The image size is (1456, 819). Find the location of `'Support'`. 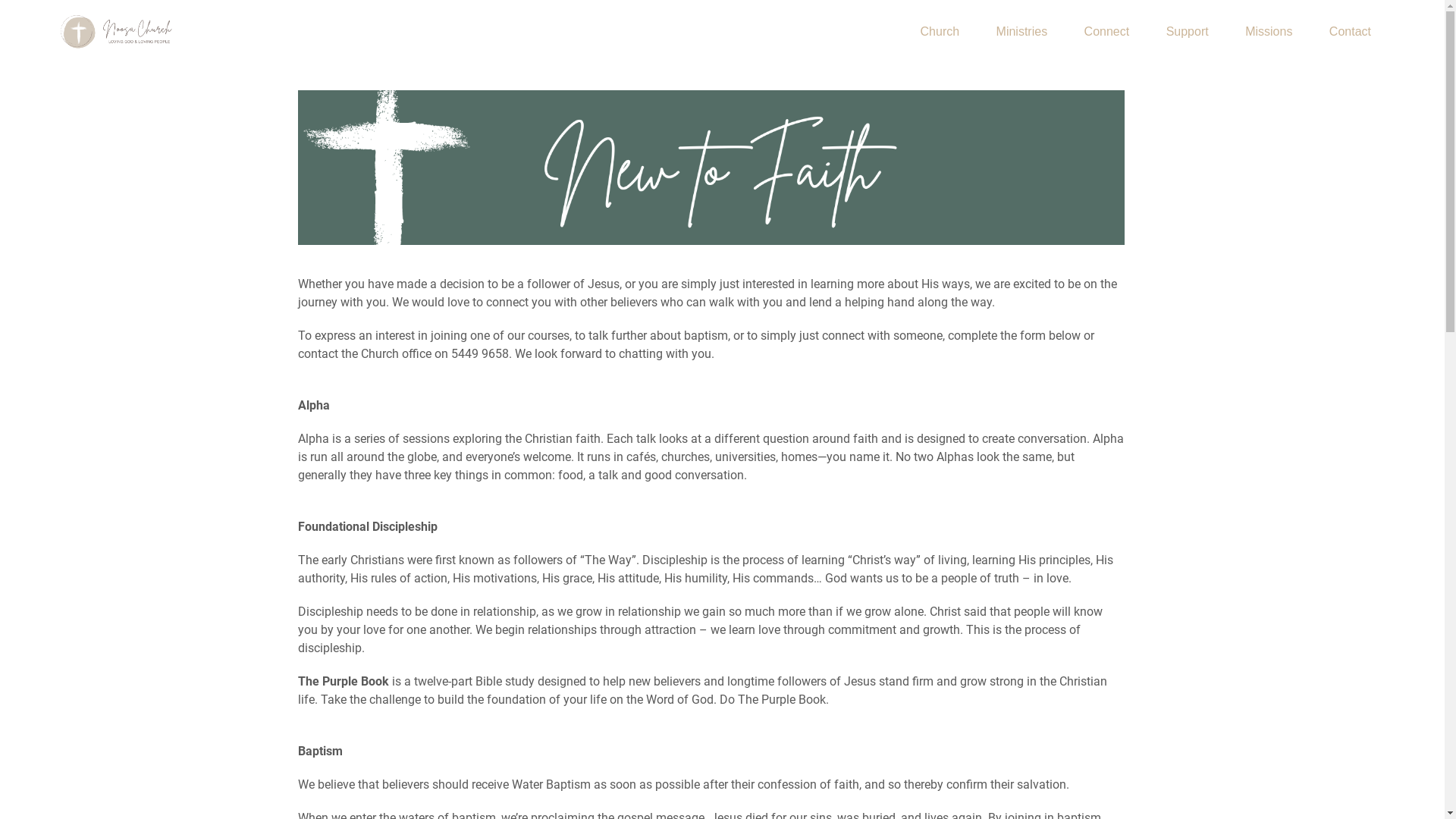

'Support' is located at coordinates (1186, 32).